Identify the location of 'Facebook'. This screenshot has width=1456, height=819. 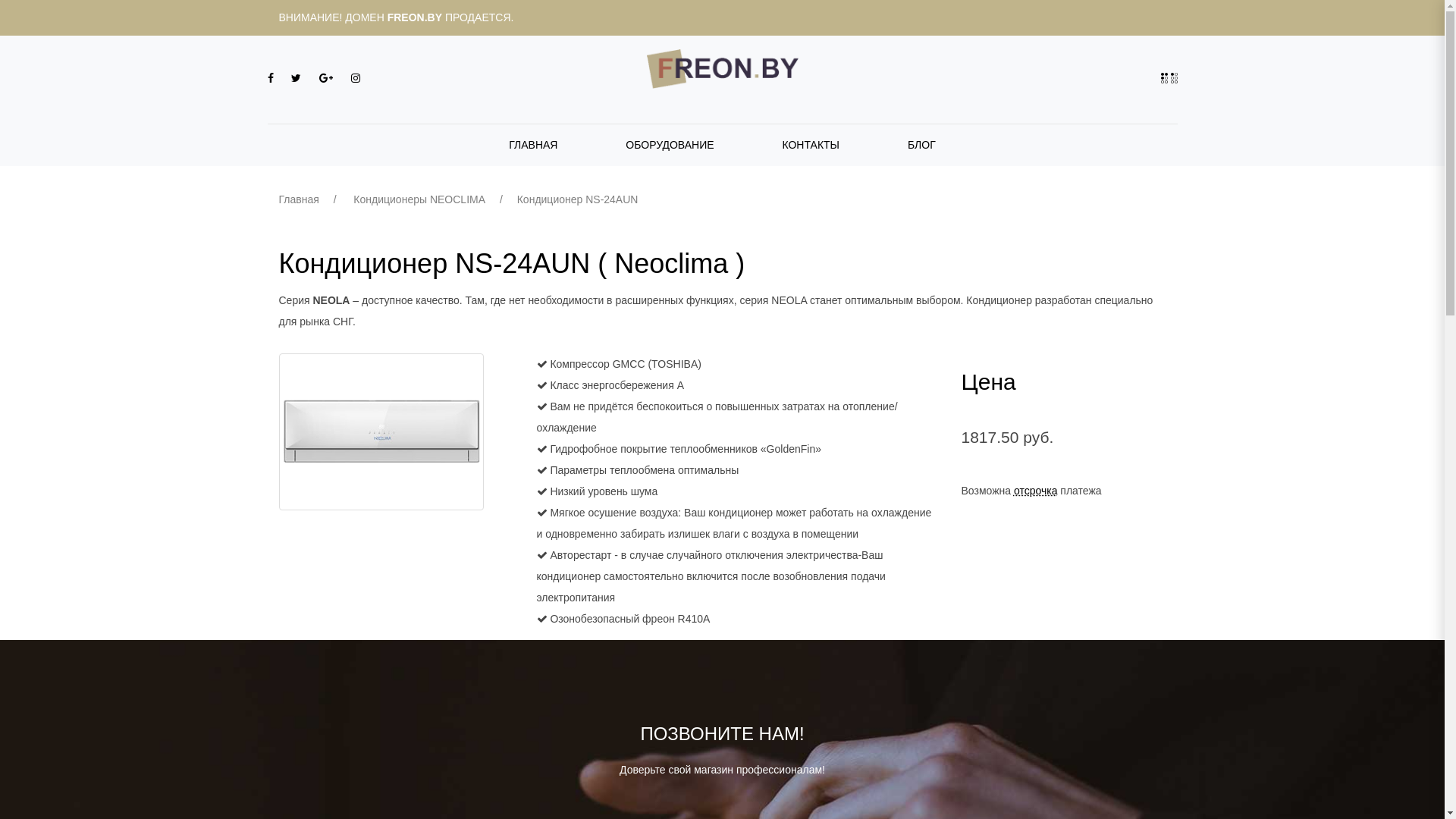
(271, 78).